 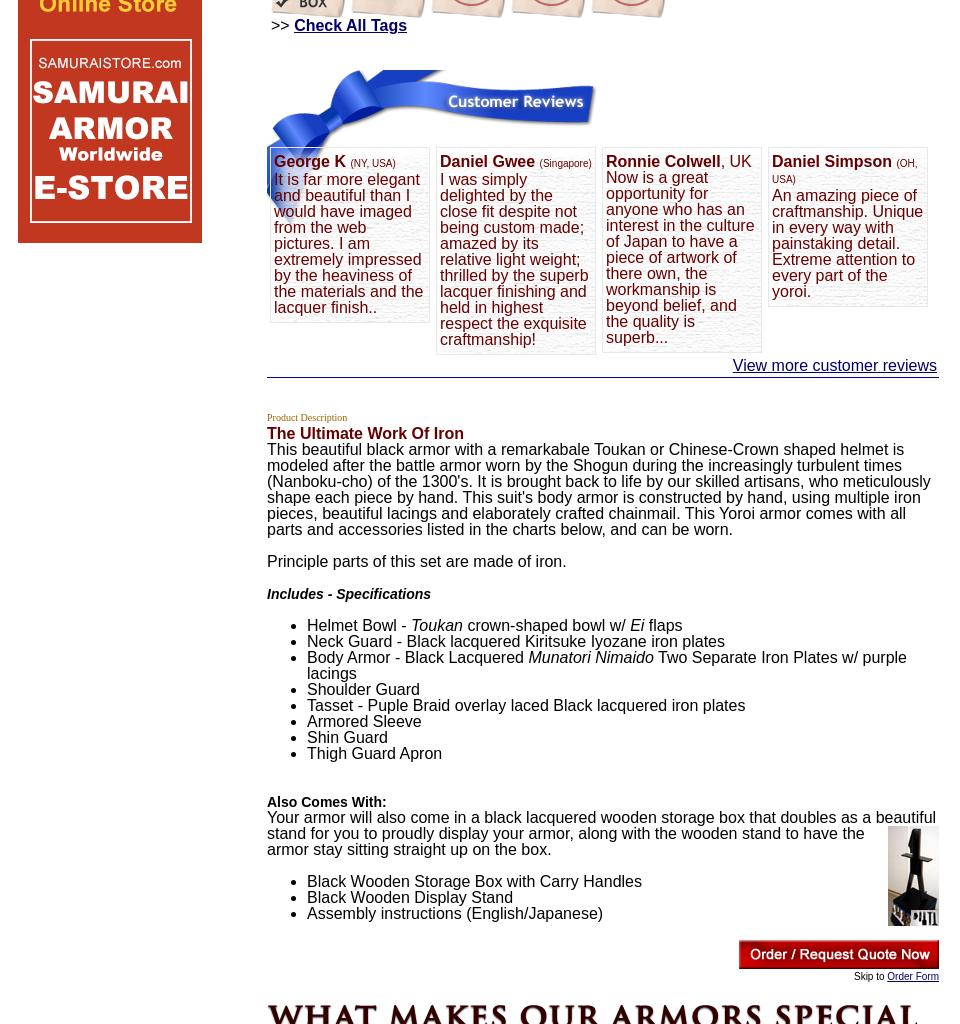 What do you see at coordinates (436, 625) in the screenshot?
I see `'Toukan'` at bounding box center [436, 625].